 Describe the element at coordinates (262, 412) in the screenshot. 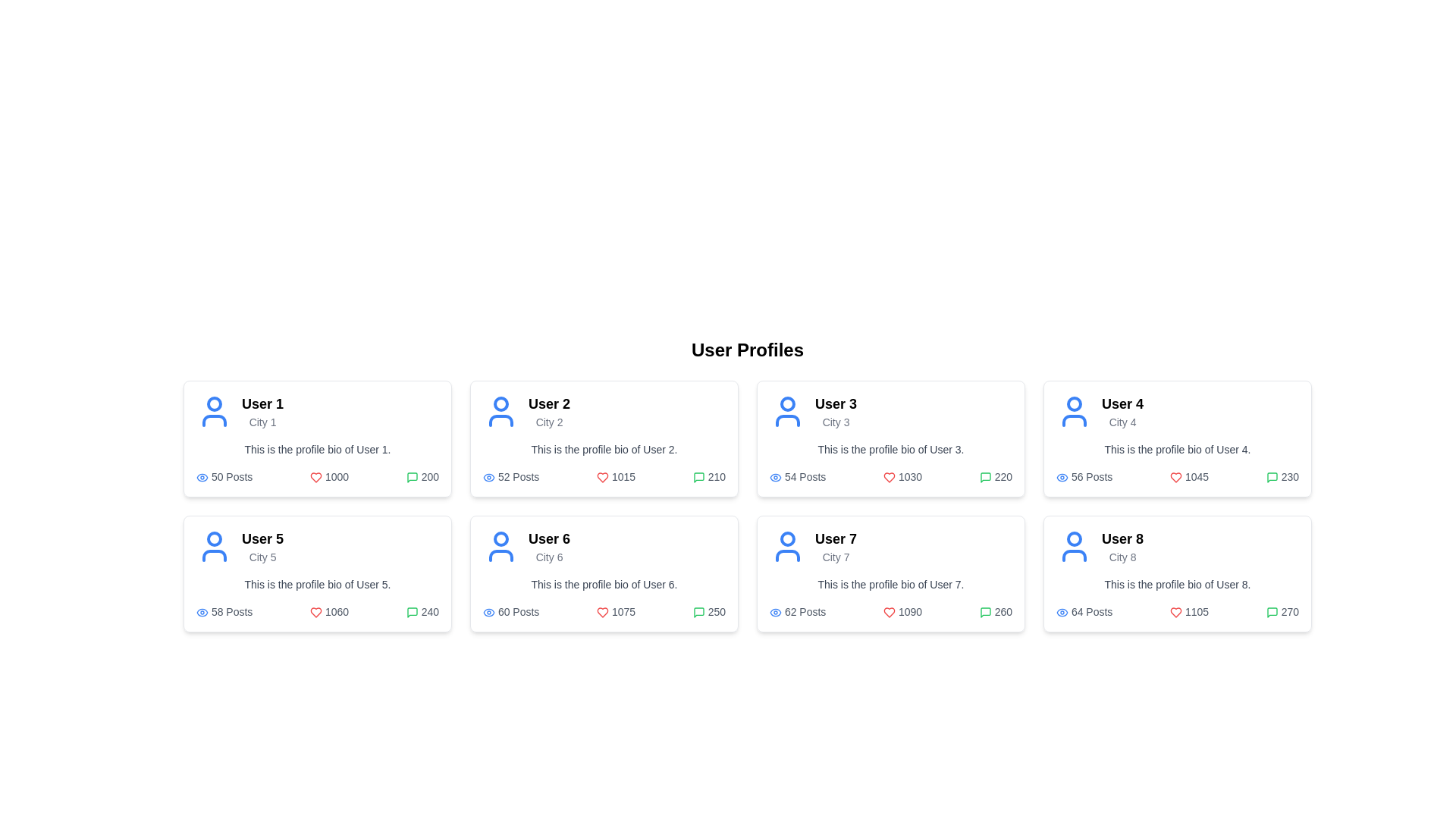

I see `the Text display element showing 'User 1' and 'City 1' located in the profile card of 'User 1', which is the first card in the top row` at that location.